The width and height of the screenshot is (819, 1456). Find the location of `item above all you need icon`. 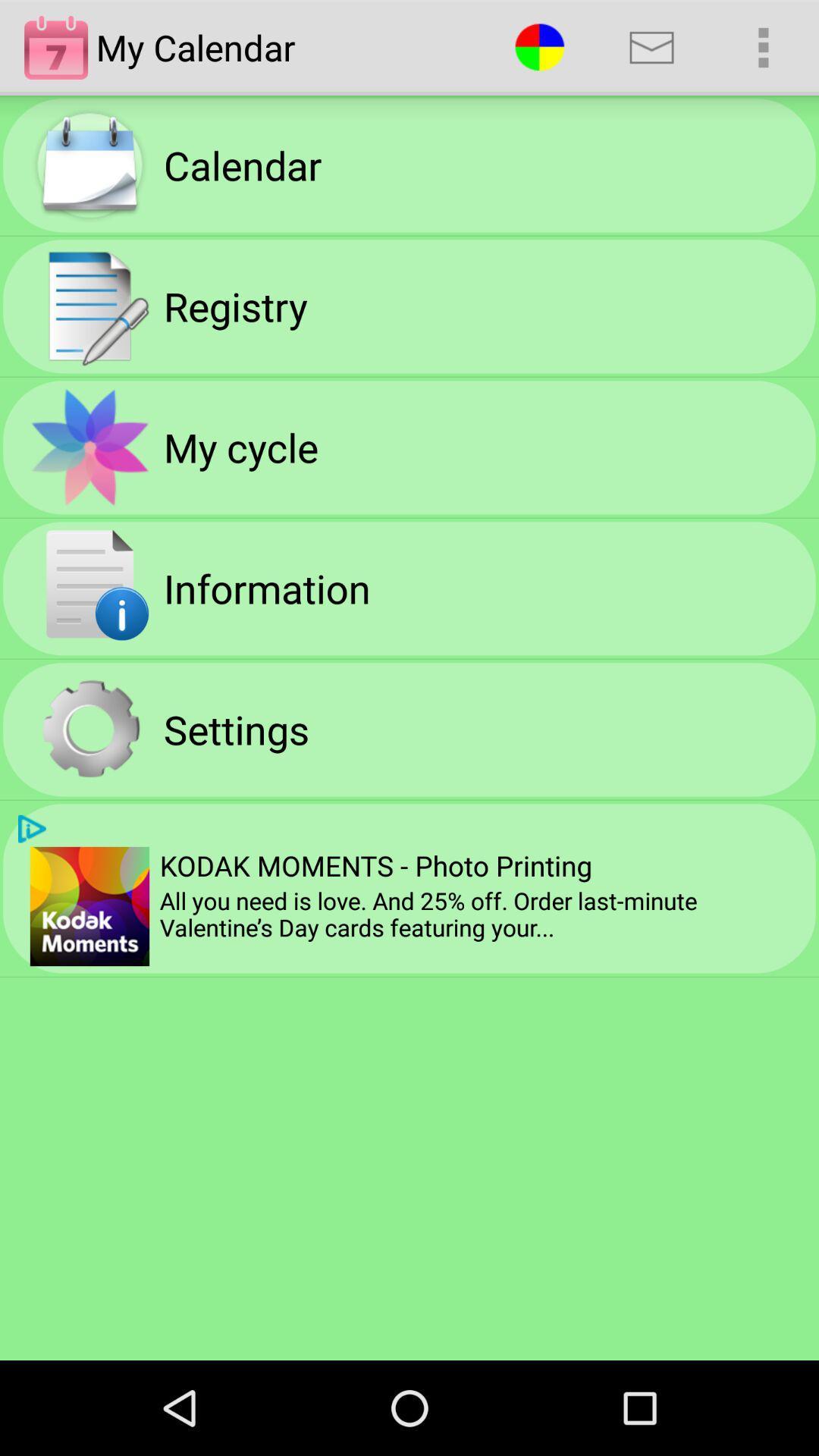

item above all you need icon is located at coordinates (375, 865).